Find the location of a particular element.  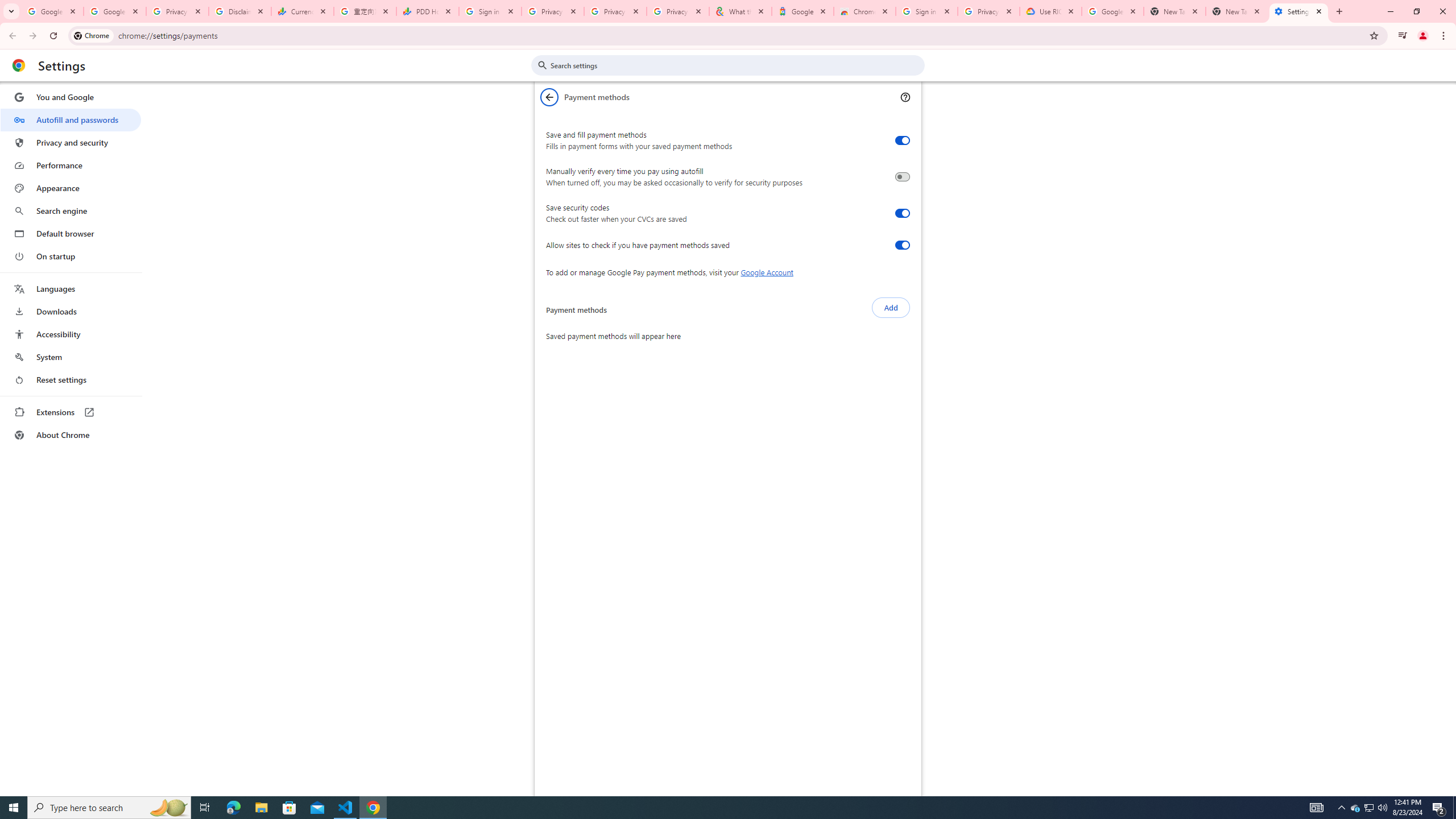

'Search settings' is located at coordinates (735, 65).